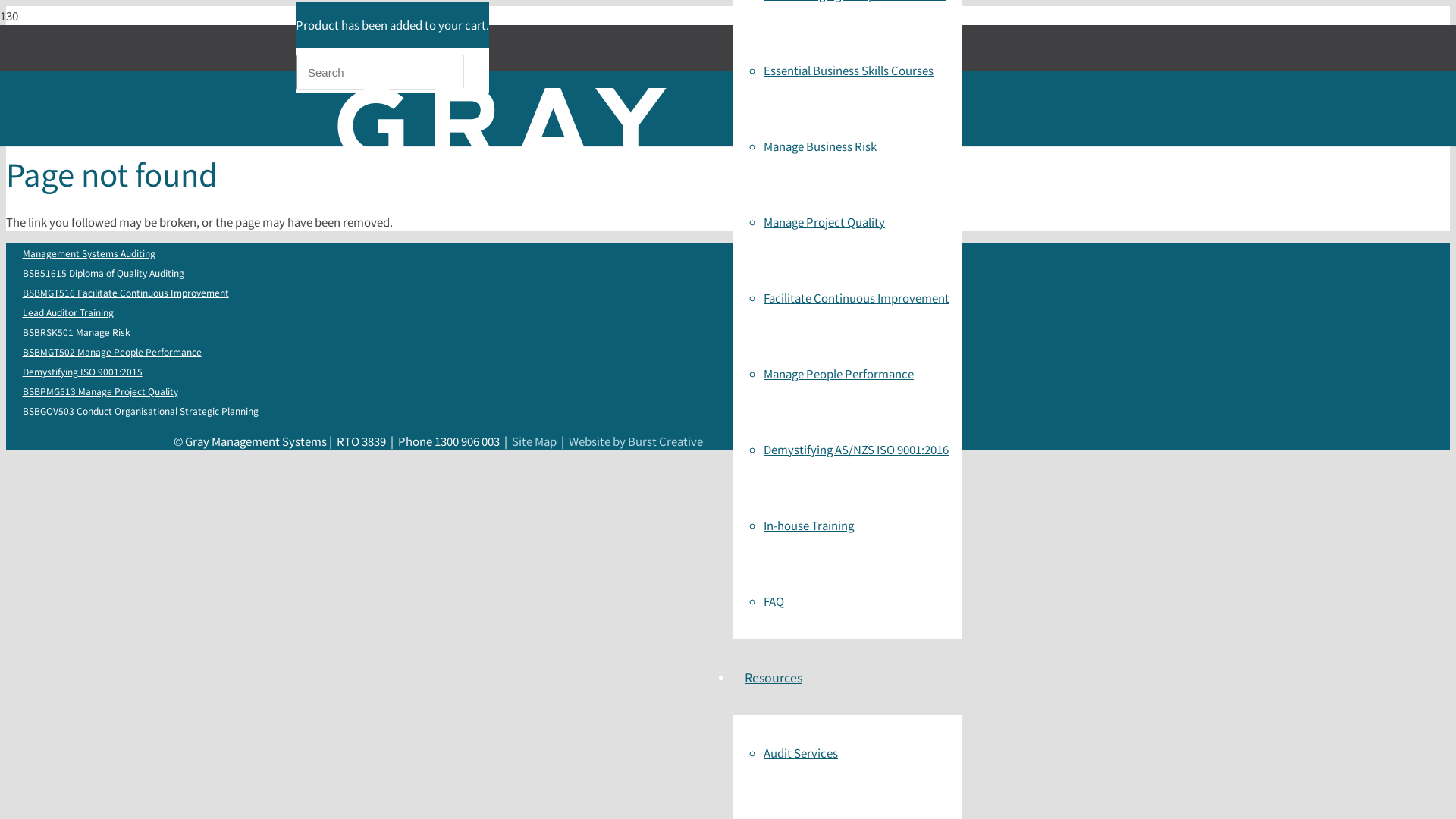  I want to click on 'FAQ', so click(773, 600).